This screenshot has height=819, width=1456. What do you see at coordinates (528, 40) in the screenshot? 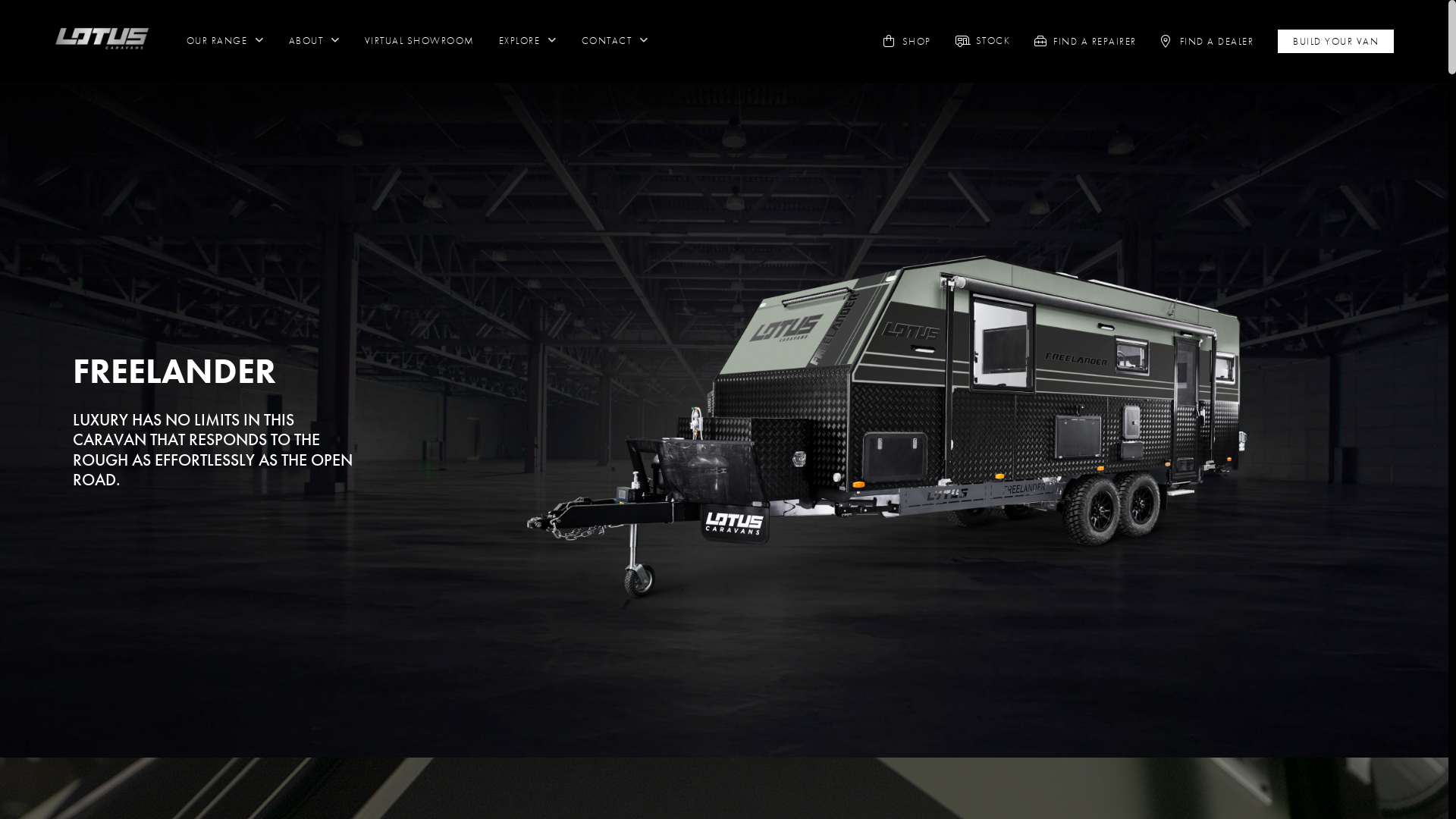
I see `'EXPLORE'` at bounding box center [528, 40].